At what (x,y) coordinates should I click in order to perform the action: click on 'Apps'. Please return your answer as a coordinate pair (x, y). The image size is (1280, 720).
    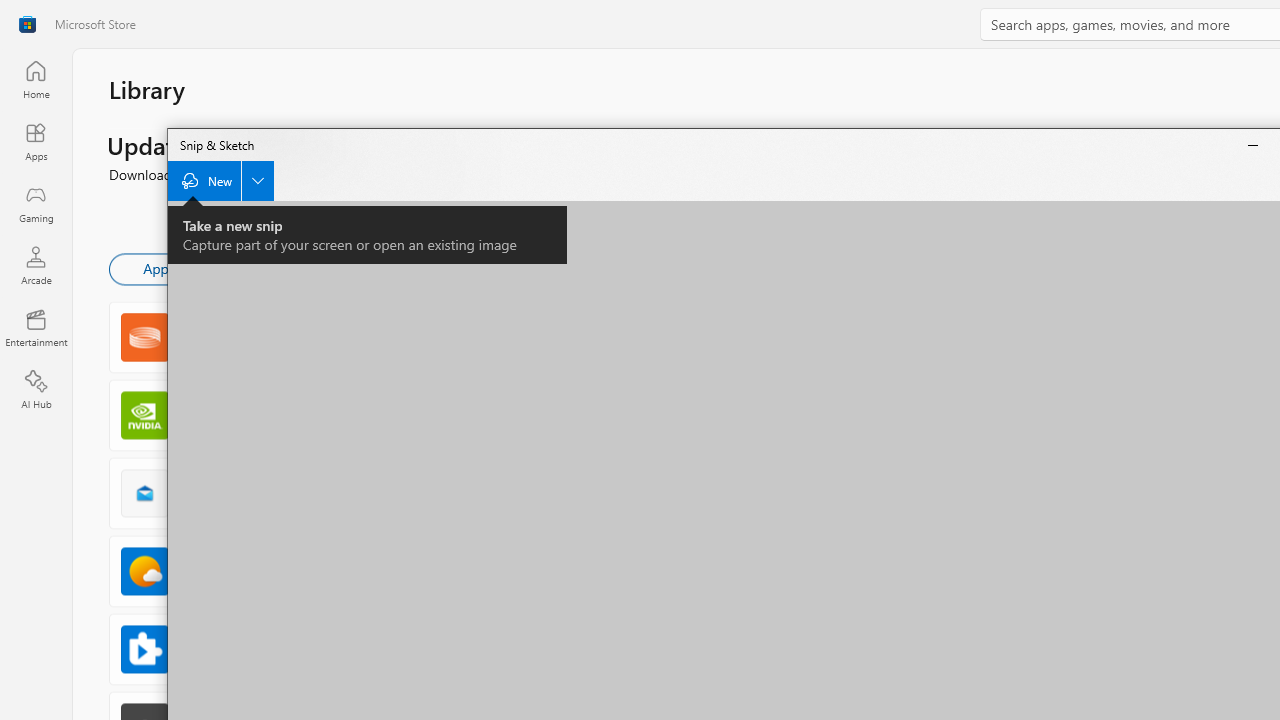
    Looking at the image, I should click on (35, 140).